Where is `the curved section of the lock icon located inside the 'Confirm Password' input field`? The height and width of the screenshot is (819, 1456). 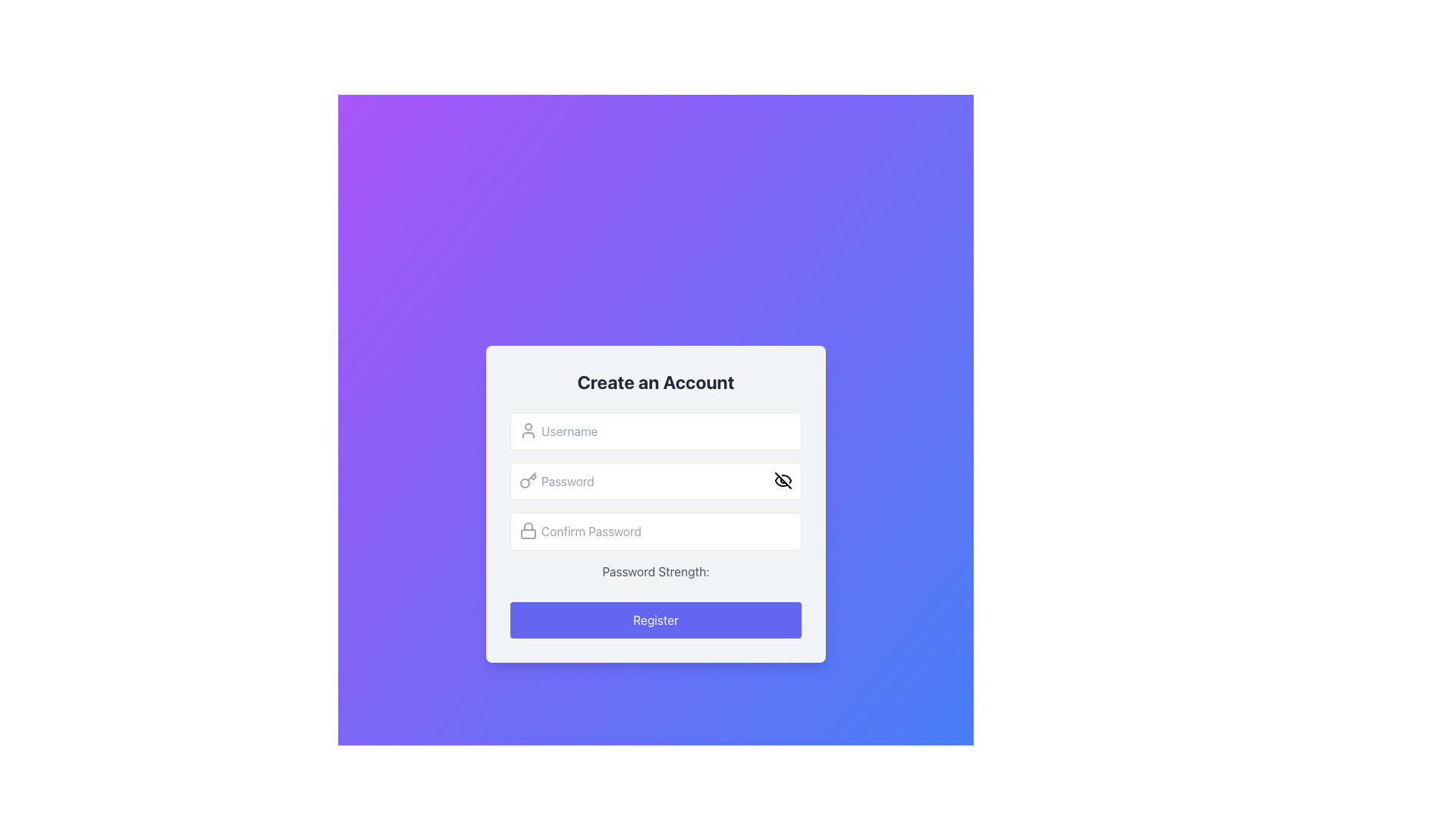 the curved section of the lock icon located inside the 'Confirm Password' input field is located at coordinates (528, 526).